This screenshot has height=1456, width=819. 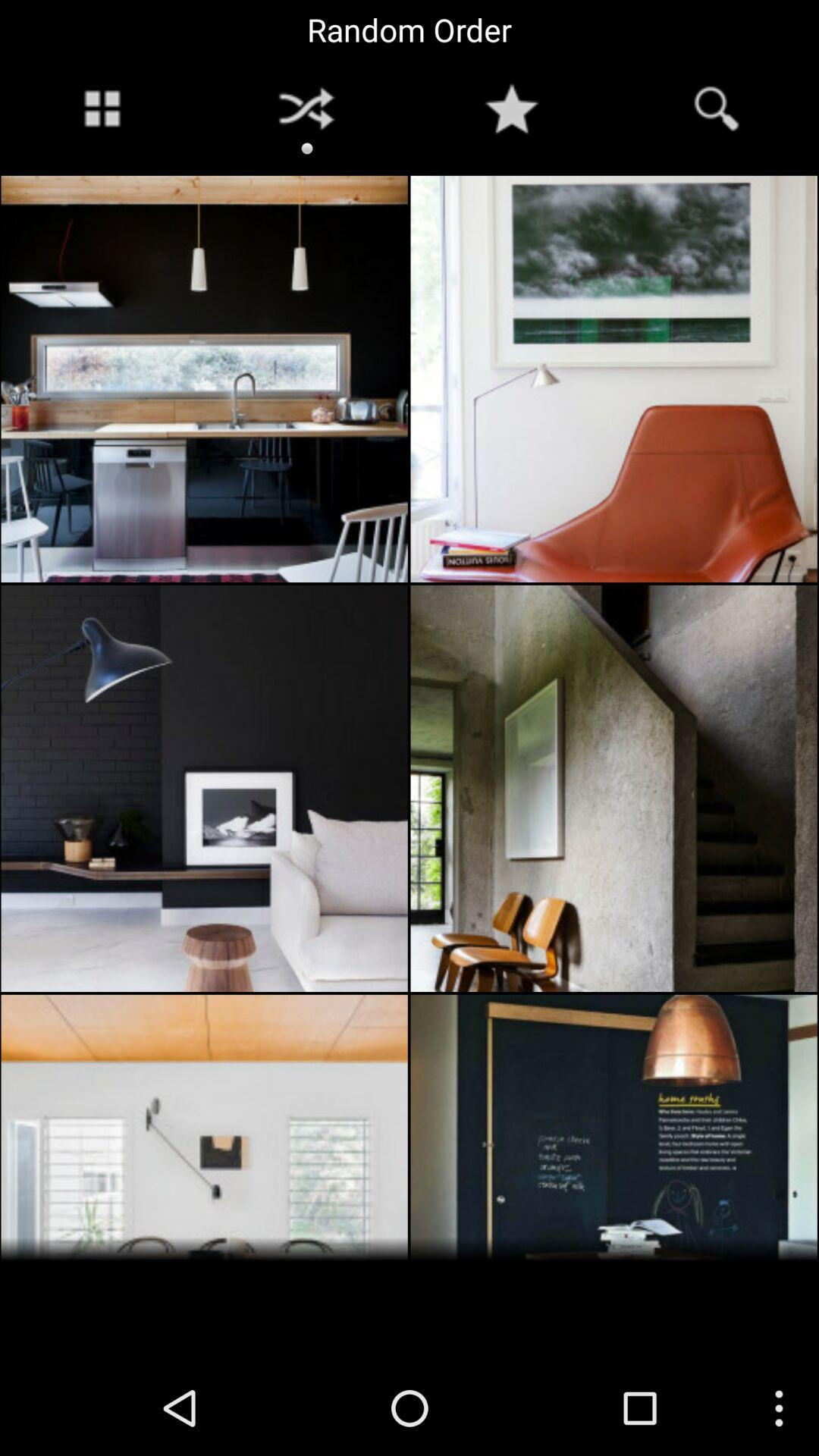 What do you see at coordinates (614, 789) in the screenshot?
I see `the middle image which is at right hand side` at bounding box center [614, 789].